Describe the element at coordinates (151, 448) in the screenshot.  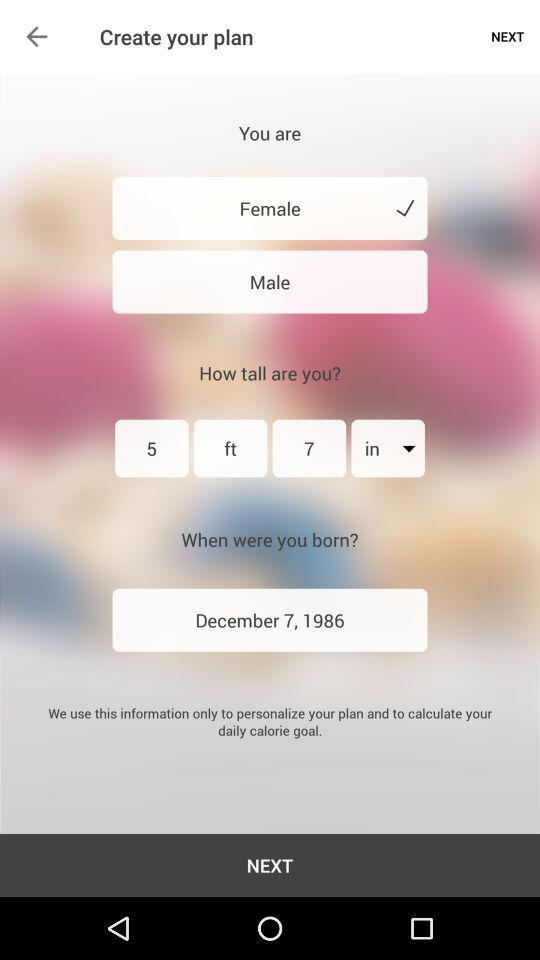
I see `the first text field below the text how tall are you on the web page` at that location.